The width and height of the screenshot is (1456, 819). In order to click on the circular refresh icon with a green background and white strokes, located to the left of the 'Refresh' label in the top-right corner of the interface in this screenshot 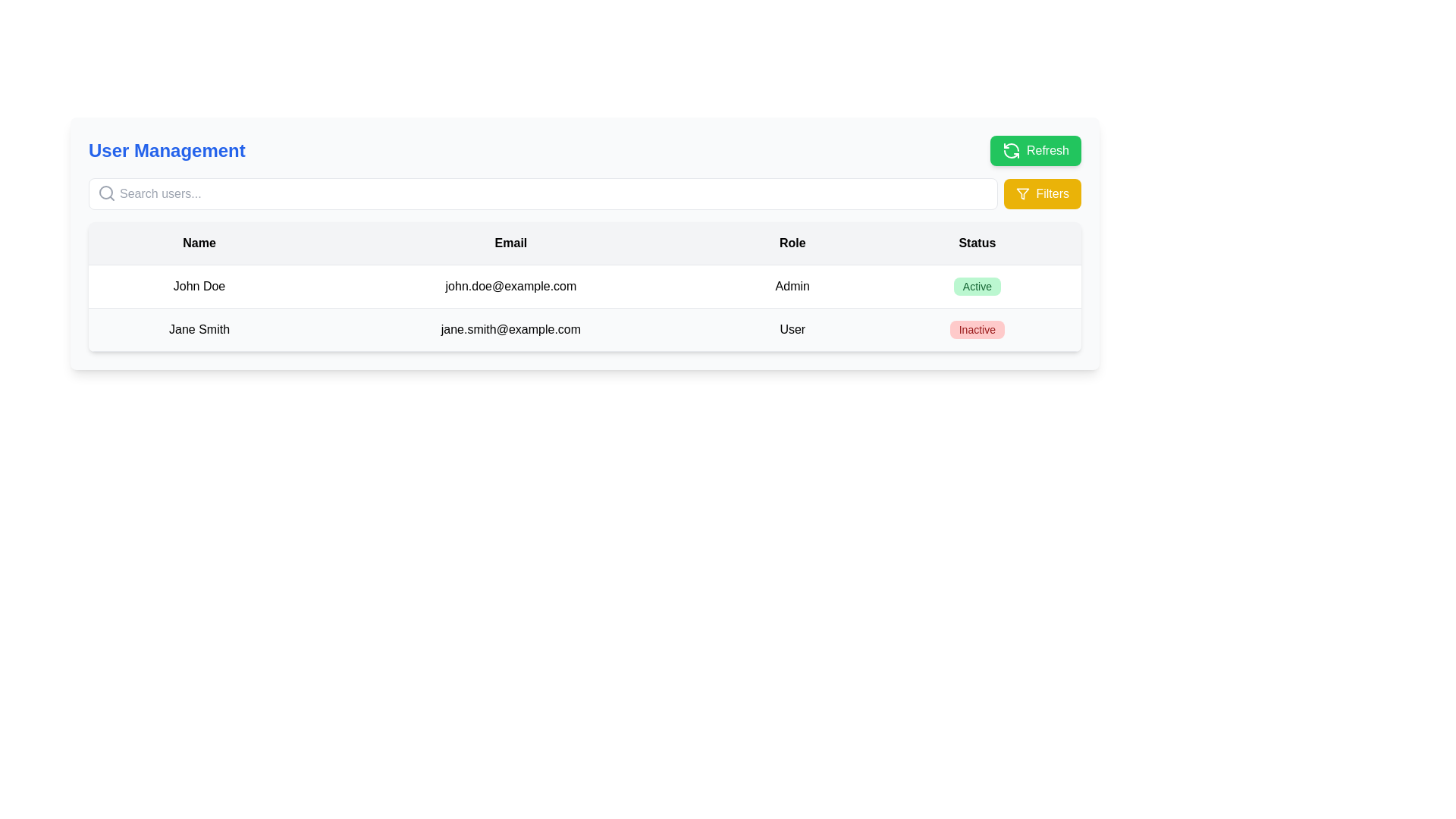, I will do `click(1012, 151)`.